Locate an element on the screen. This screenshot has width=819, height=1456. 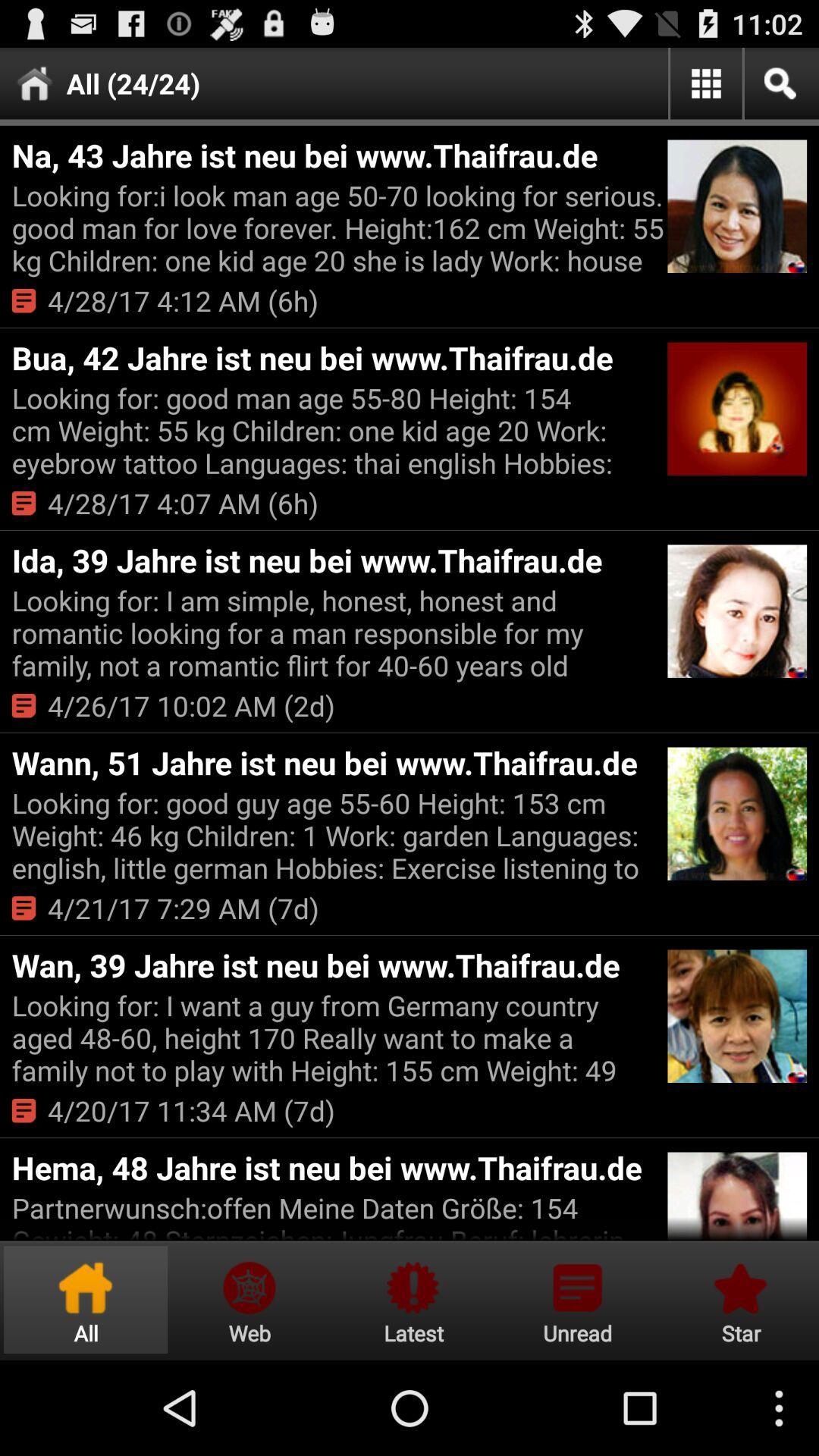
web page is located at coordinates (249, 1299).